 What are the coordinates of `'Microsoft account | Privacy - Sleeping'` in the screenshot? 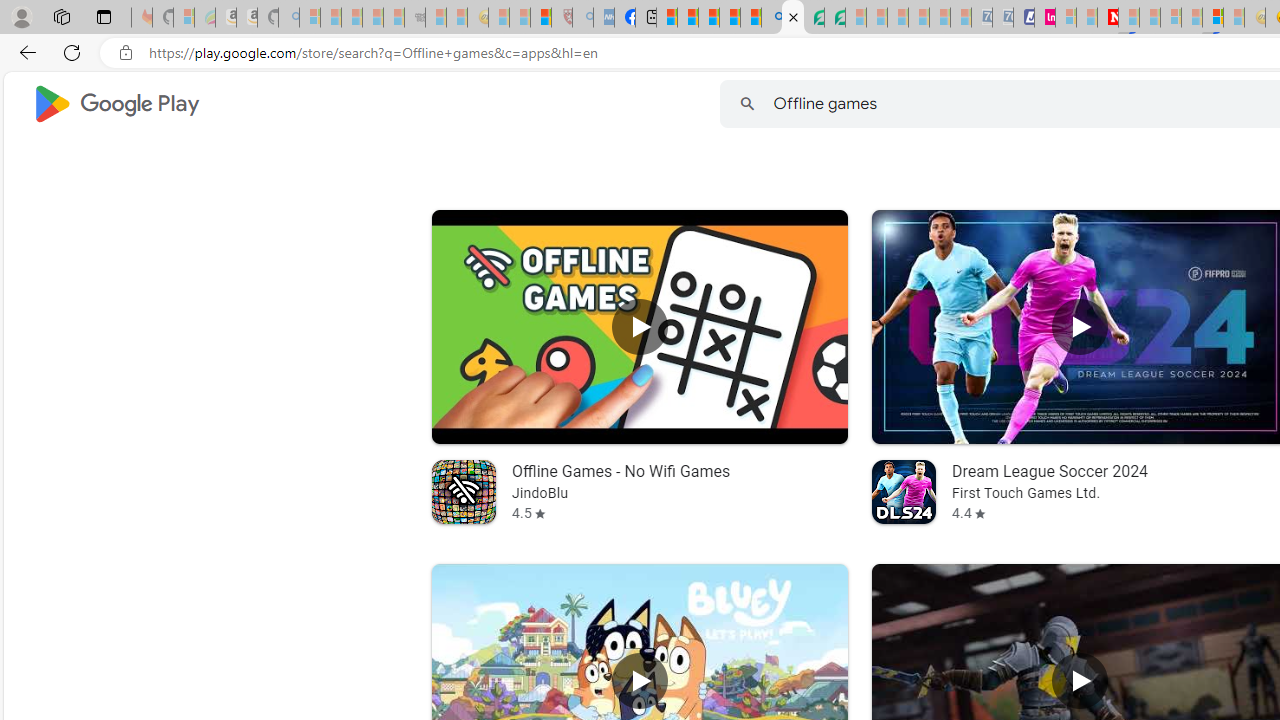 It's located at (1065, 17).